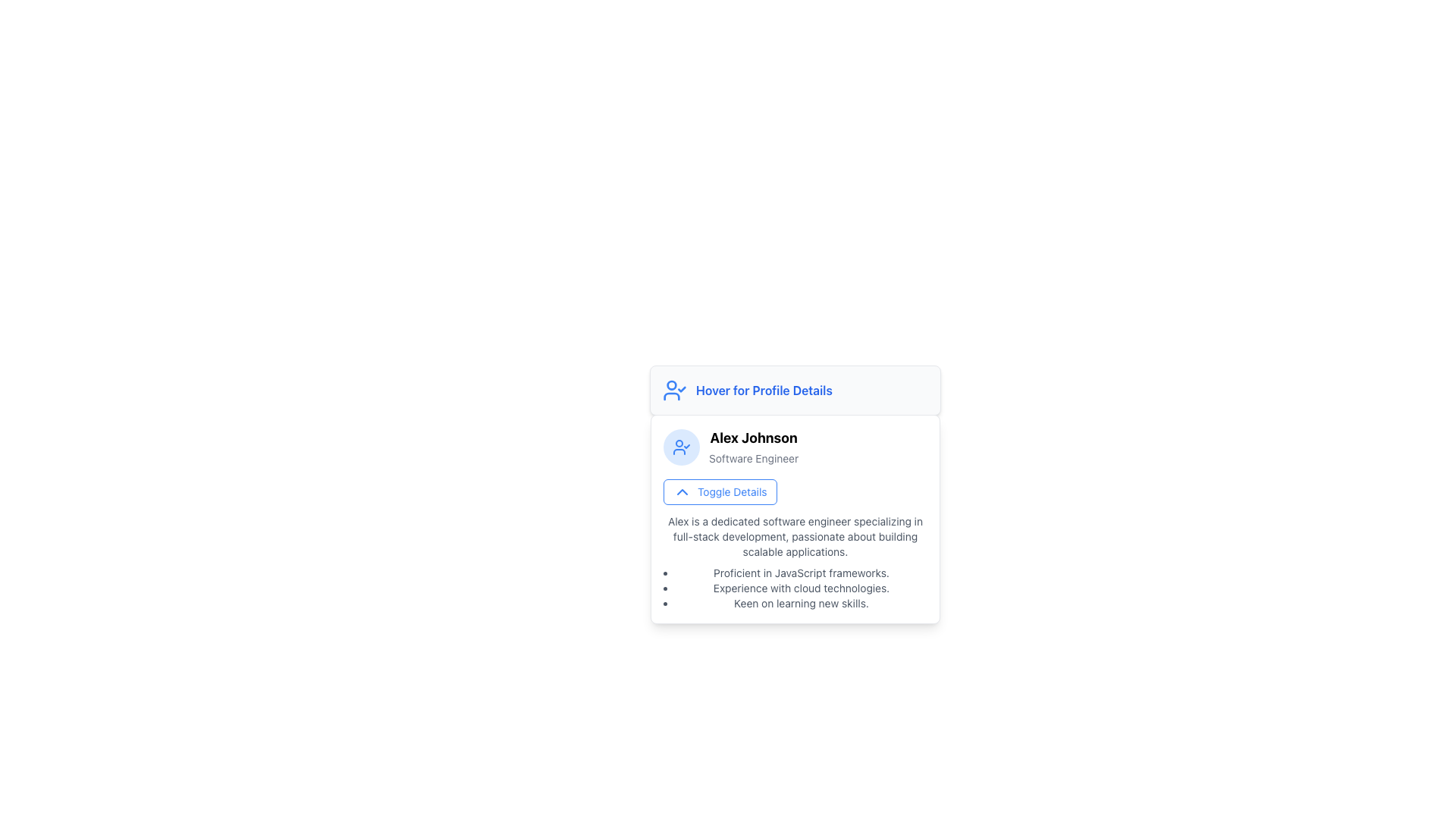  I want to click on the static text label displaying 'Alex Johnson', which is styled in bold and large font, located at the center-top of the profile information card, so click(754, 438).